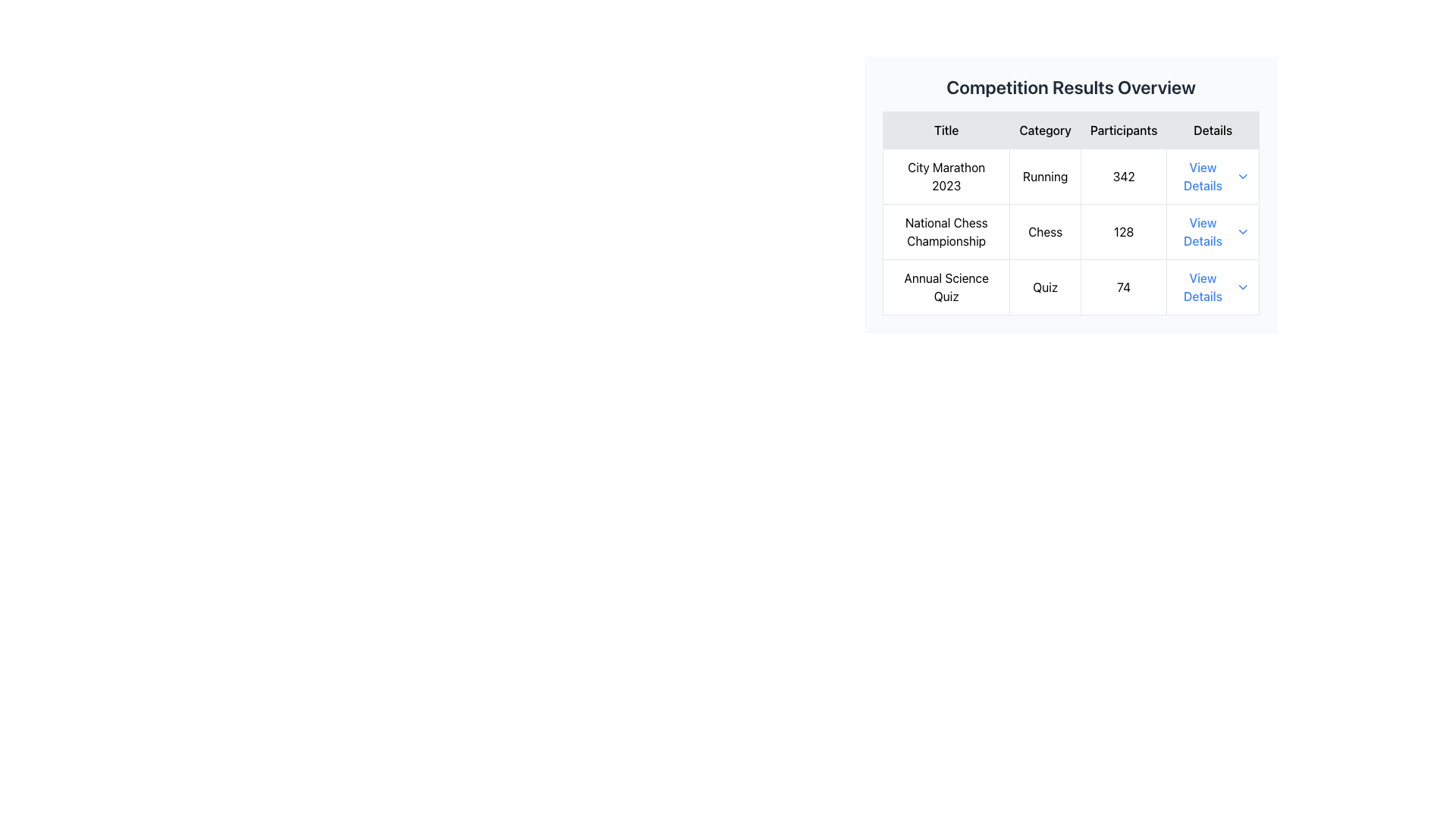  I want to click on the text link in the 'Details' column of the second row of the table that corresponds to the 'National Chess Championship' entry to trigger any potential hover effects, so click(1202, 231).